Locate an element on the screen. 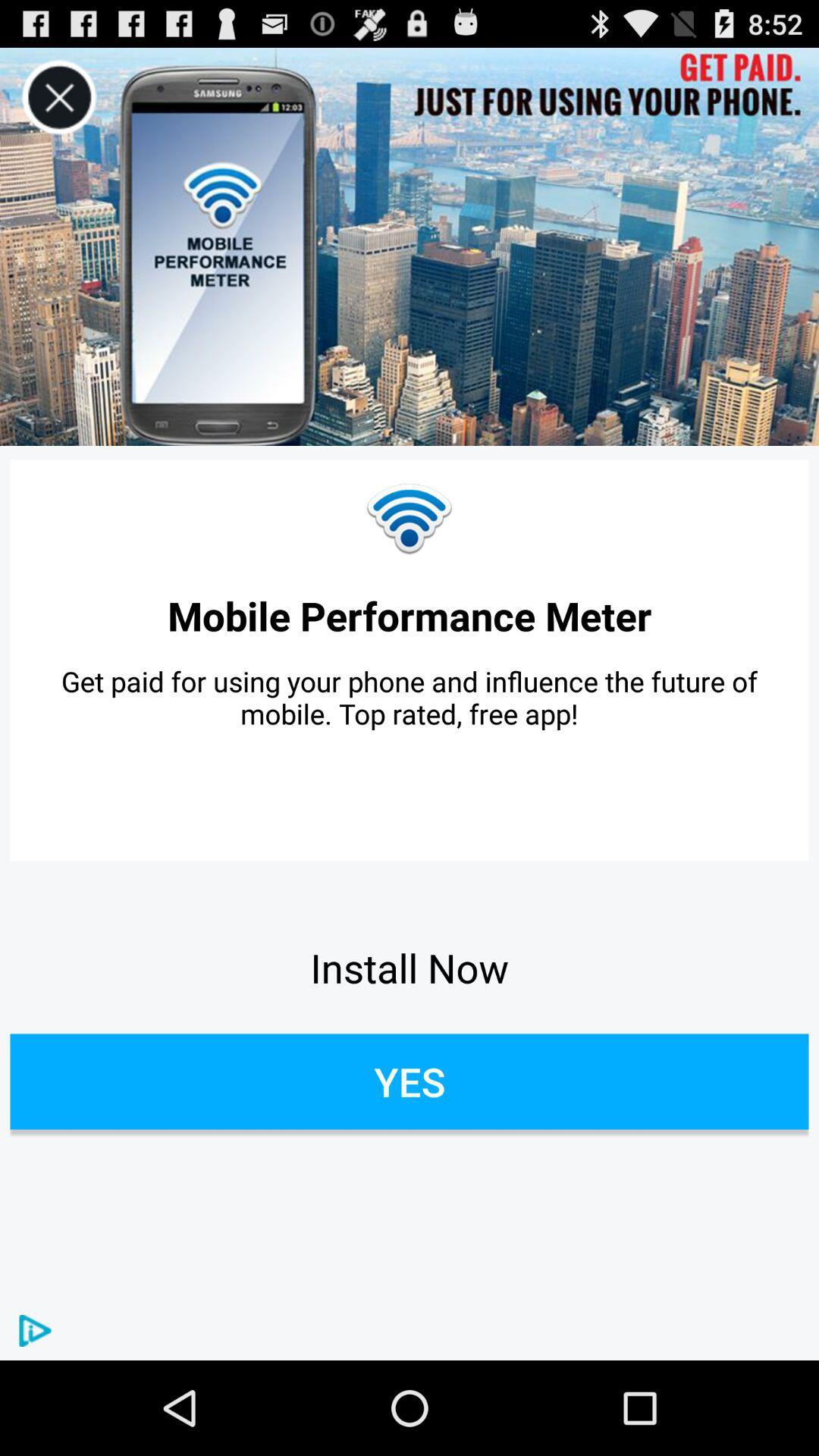 This screenshot has width=819, height=1456. the item below the get paid for app is located at coordinates (409, 967).